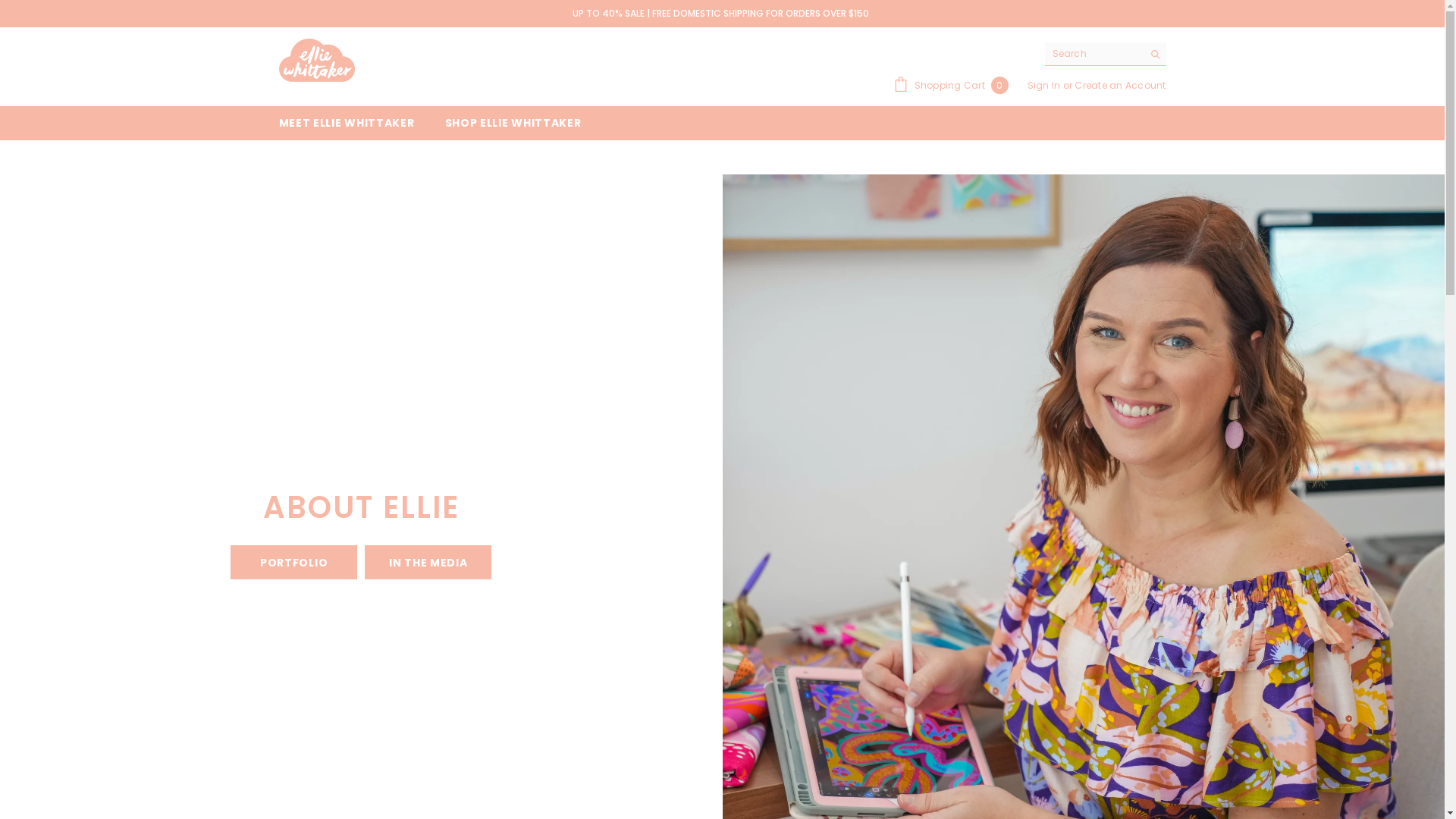 The height and width of the screenshot is (819, 1456). Describe the element at coordinates (513, 122) in the screenshot. I see `'SHOP ELLIE WHITTAKER'` at that location.